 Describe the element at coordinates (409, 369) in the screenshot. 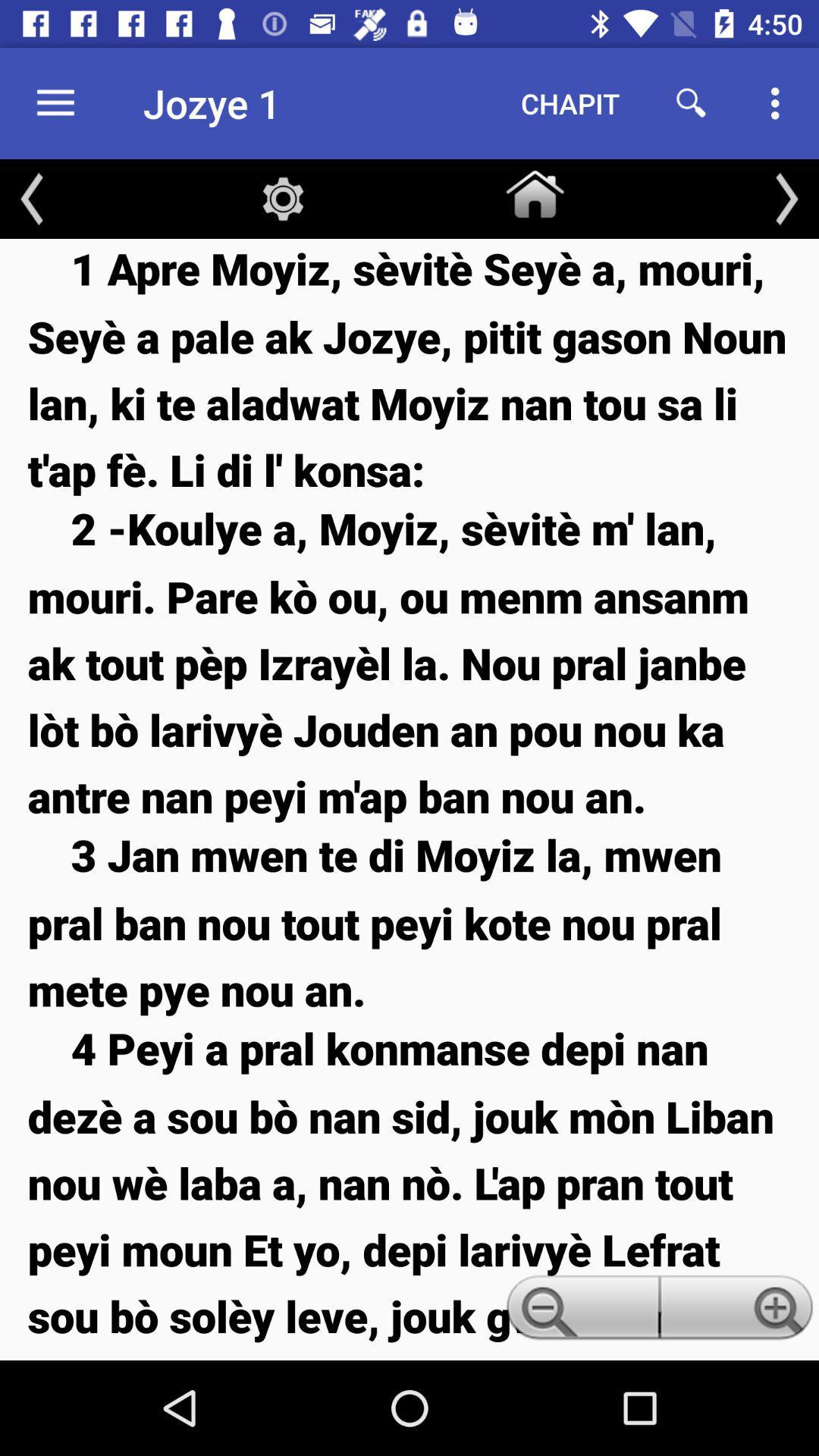

I see `1 apre moyiz item` at that location.